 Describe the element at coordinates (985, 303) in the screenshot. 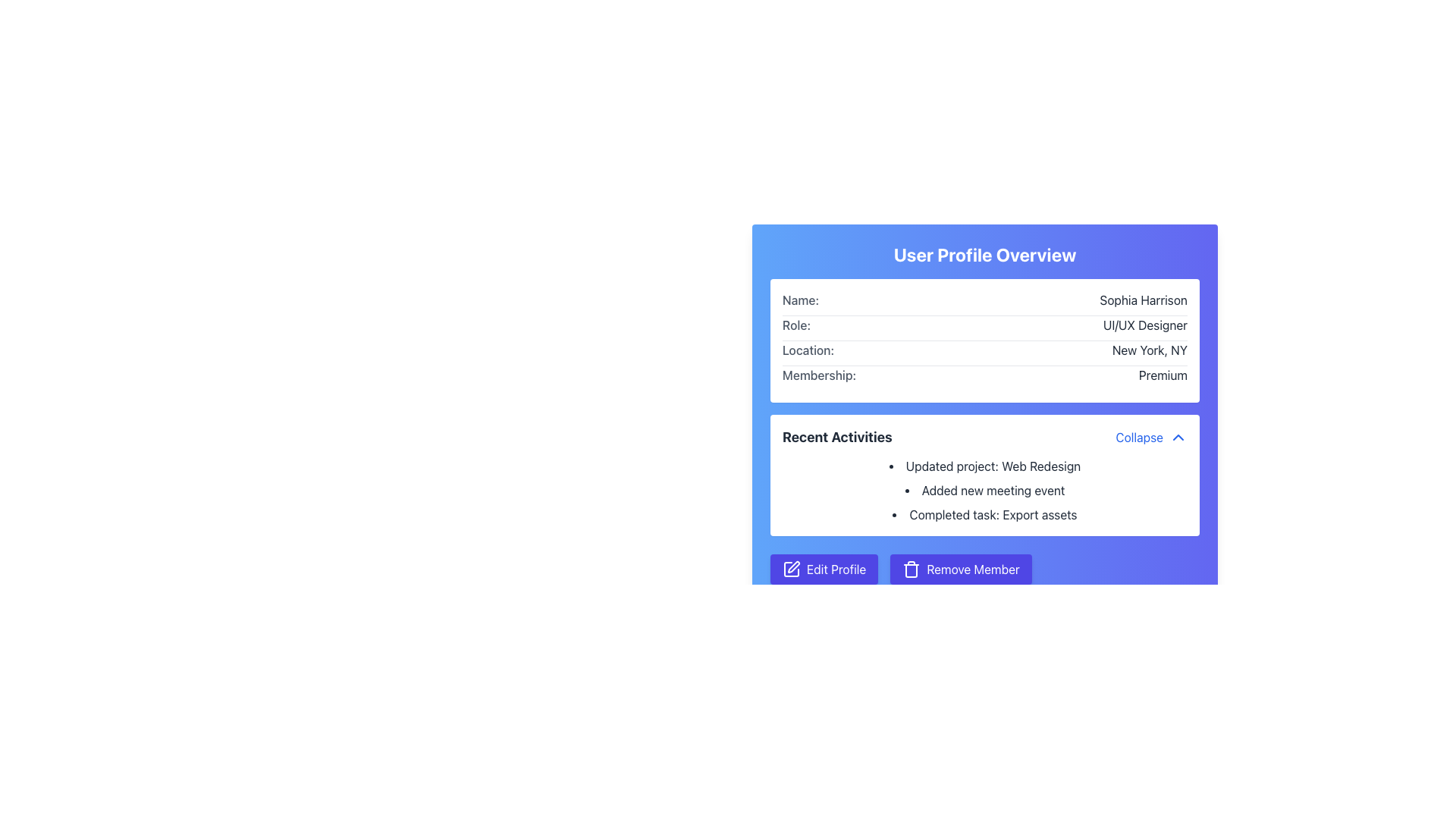

I see `the user's name displayed at the top of the profile information box, which is the first item in the vertical list` at that location.